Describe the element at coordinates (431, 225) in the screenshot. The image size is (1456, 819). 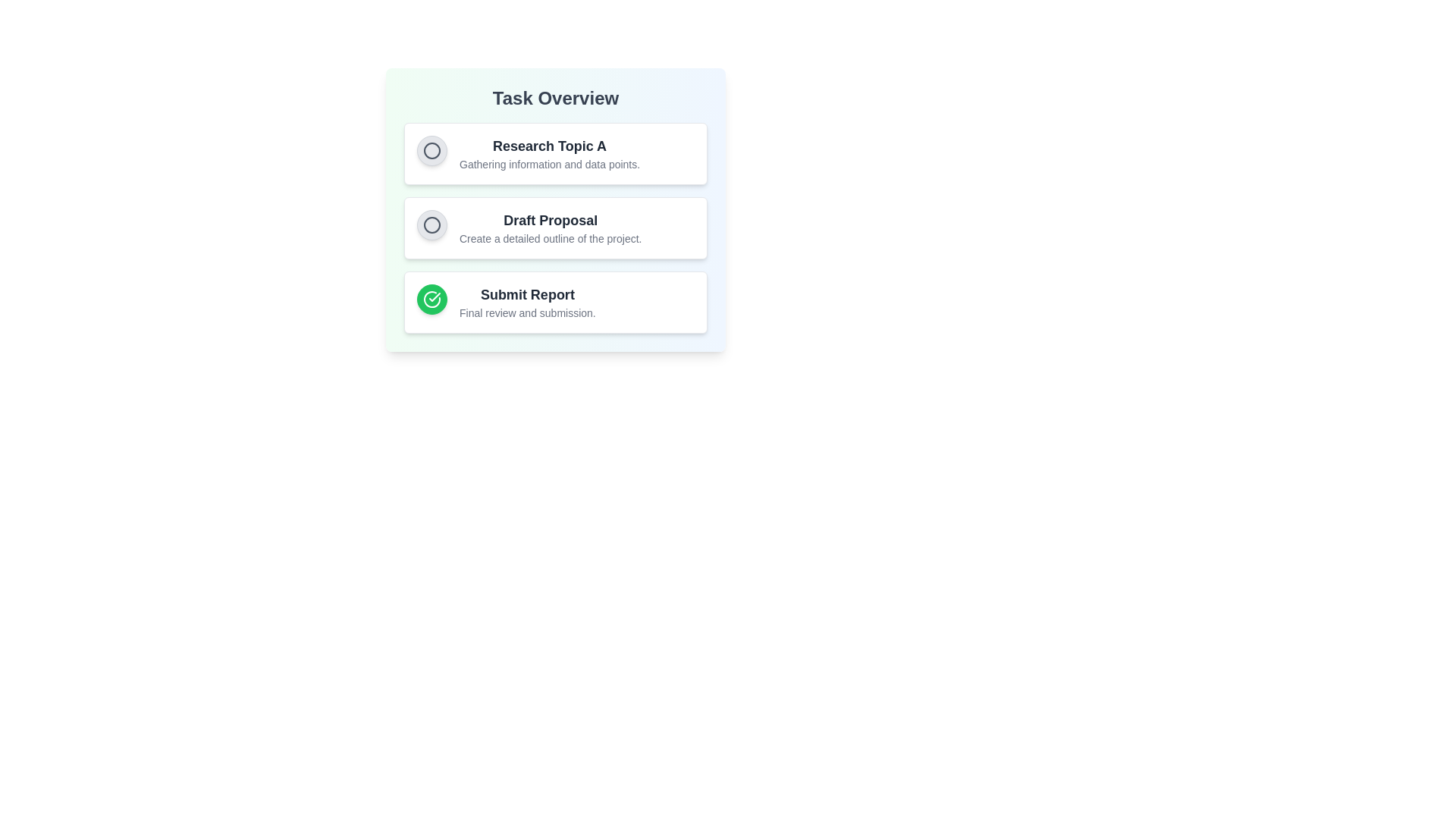
I see `the circular SVG element that is part of the icon representation aligned with the 'Draft Proposal' task in the vertical list` at that location.